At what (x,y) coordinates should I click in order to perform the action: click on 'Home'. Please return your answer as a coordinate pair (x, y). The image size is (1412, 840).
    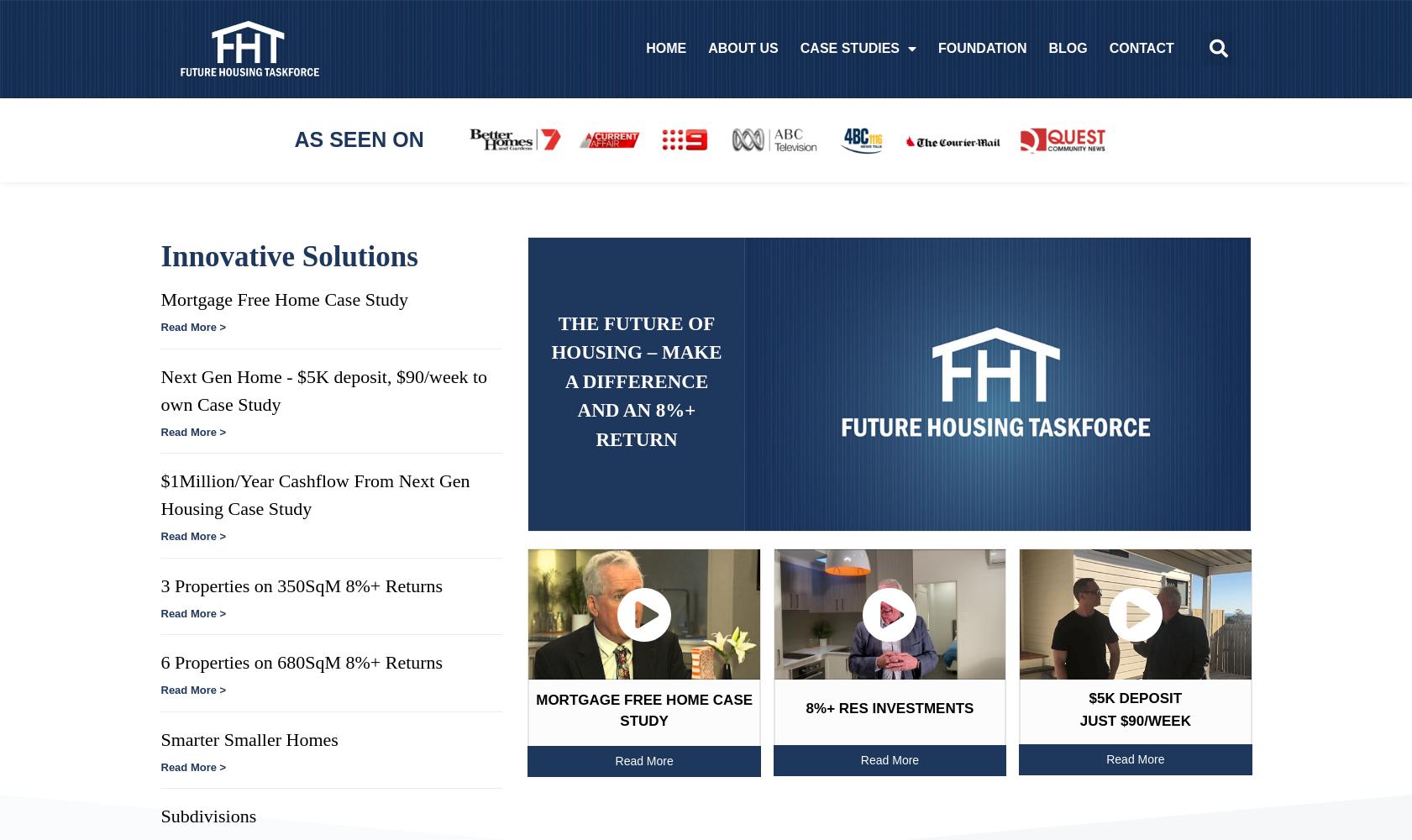
    Looking at the image, I should click on (659, 49).